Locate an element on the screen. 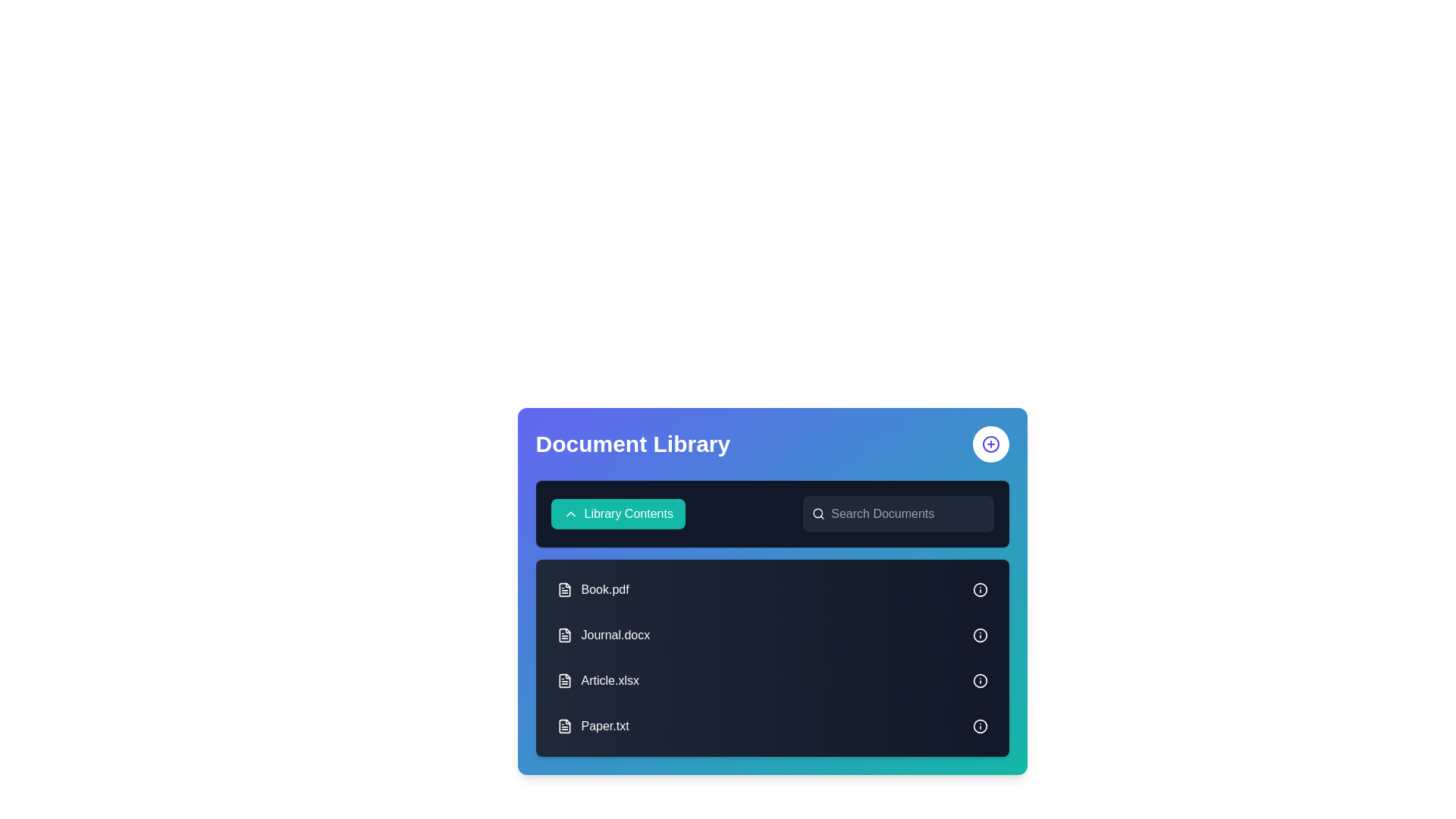 This screenshot has width=1456, height=819. the visual appearance of the search icon represented by a magnifying glass shape, located to the left of the 'Search Documents' placeholder text in the search bar is located at coordinates (817, 513).